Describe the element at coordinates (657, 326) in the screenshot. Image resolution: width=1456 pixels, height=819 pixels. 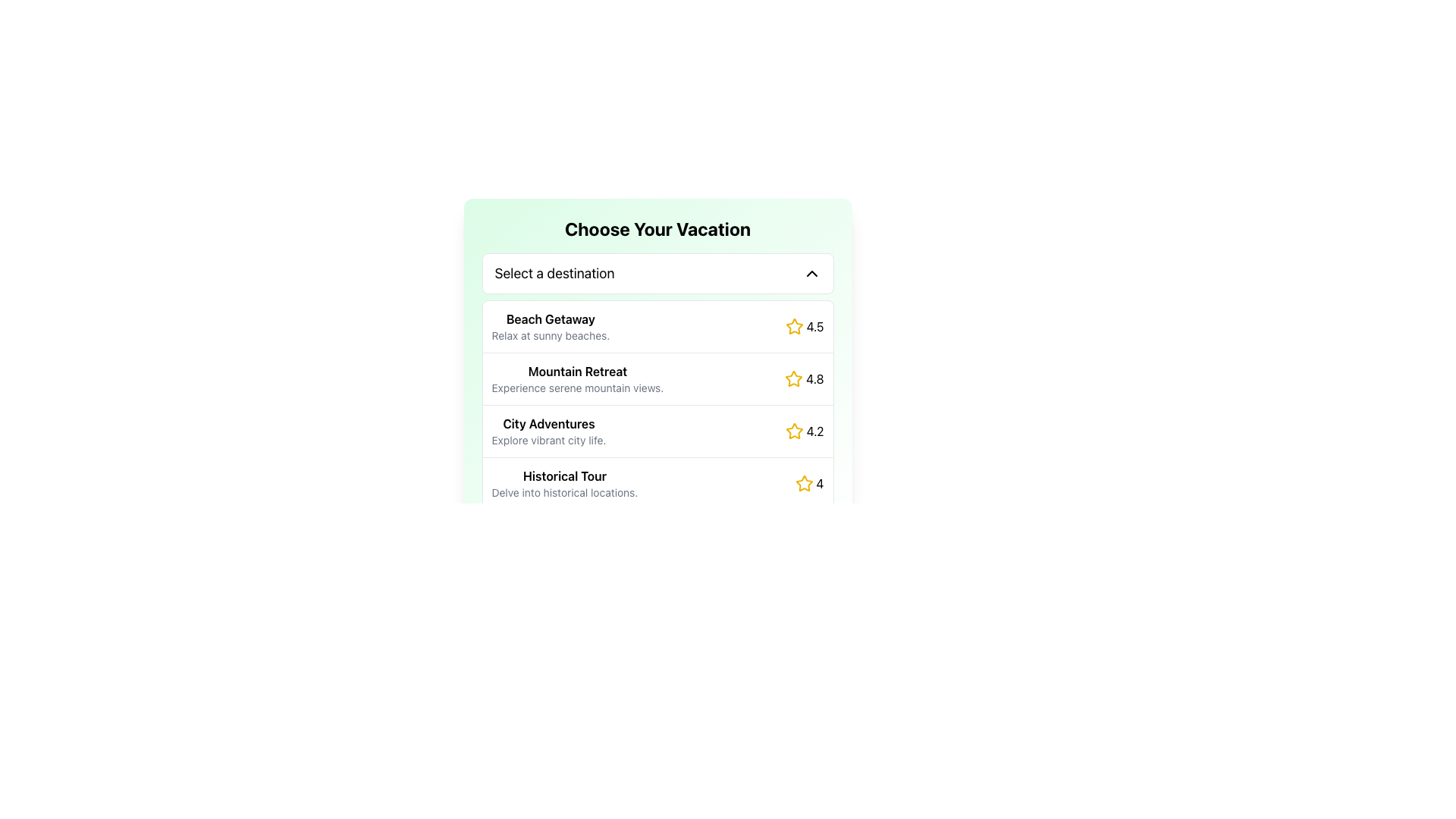
I see `the first selectable list item labeled 'Beach Getaway'` at that location.